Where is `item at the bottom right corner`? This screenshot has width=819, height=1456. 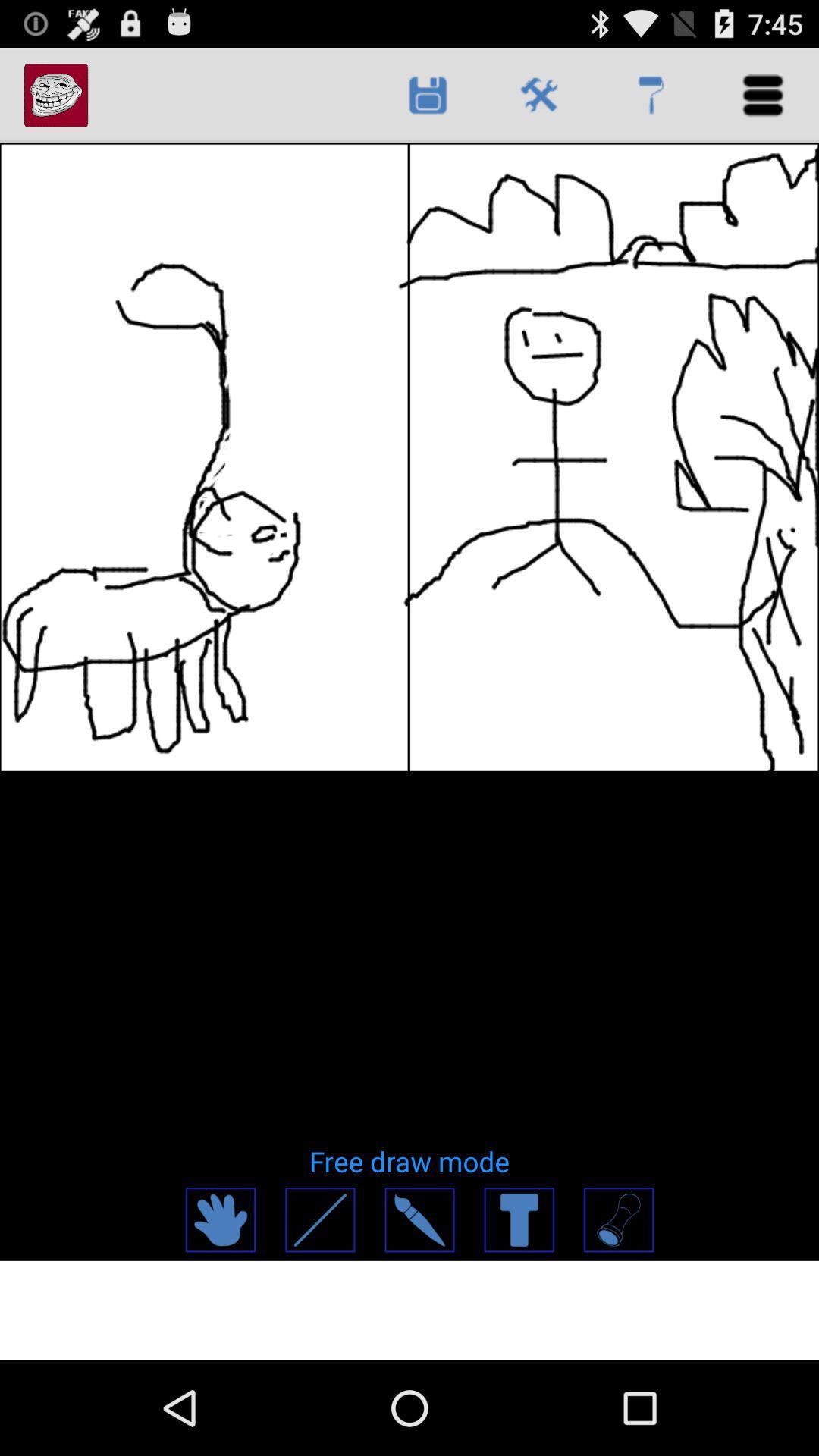 item at the bottom right corner is located at coordinates (618, 1219).